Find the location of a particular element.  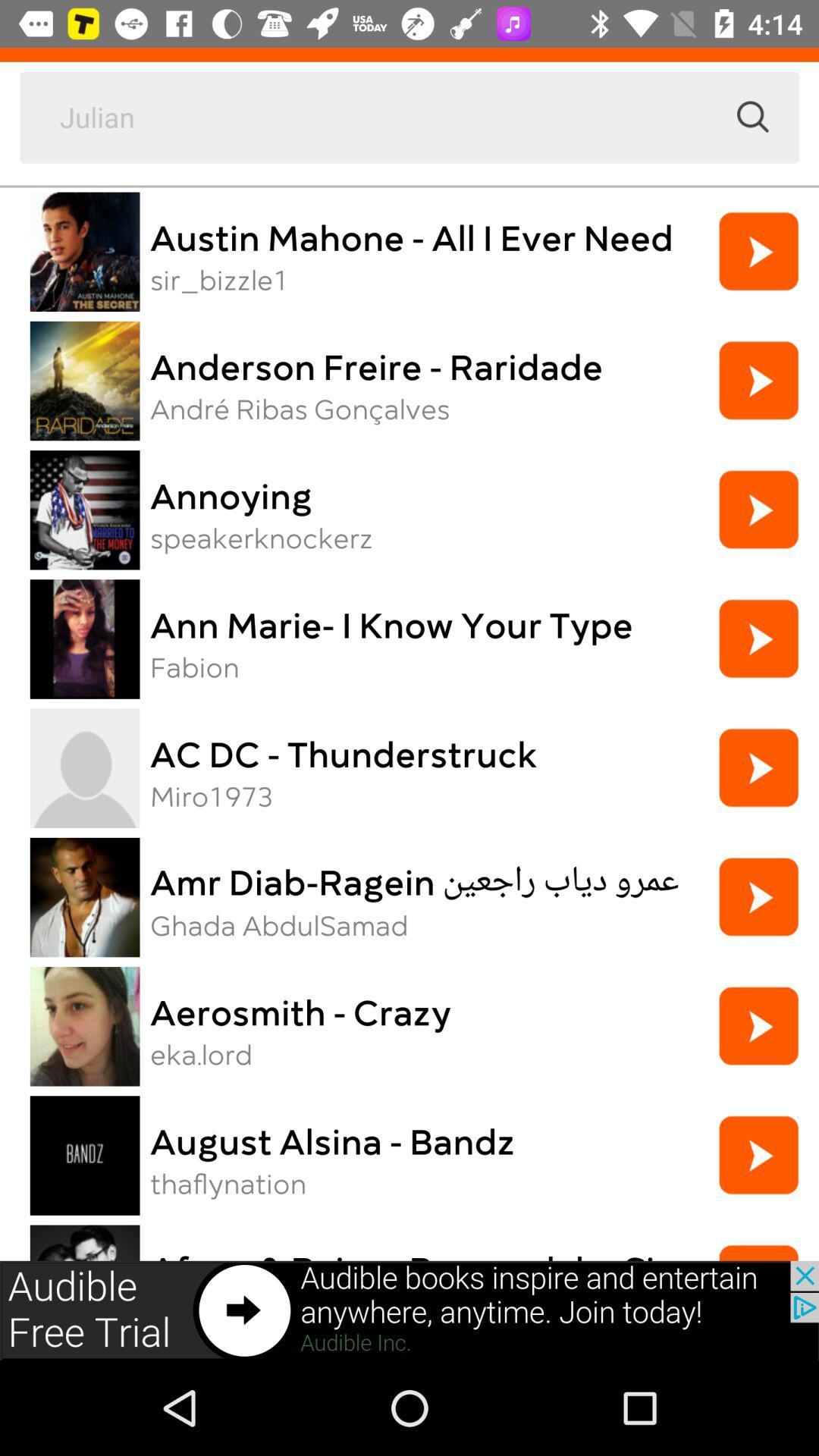

open advertisements is located at coordinates (409, 1310).